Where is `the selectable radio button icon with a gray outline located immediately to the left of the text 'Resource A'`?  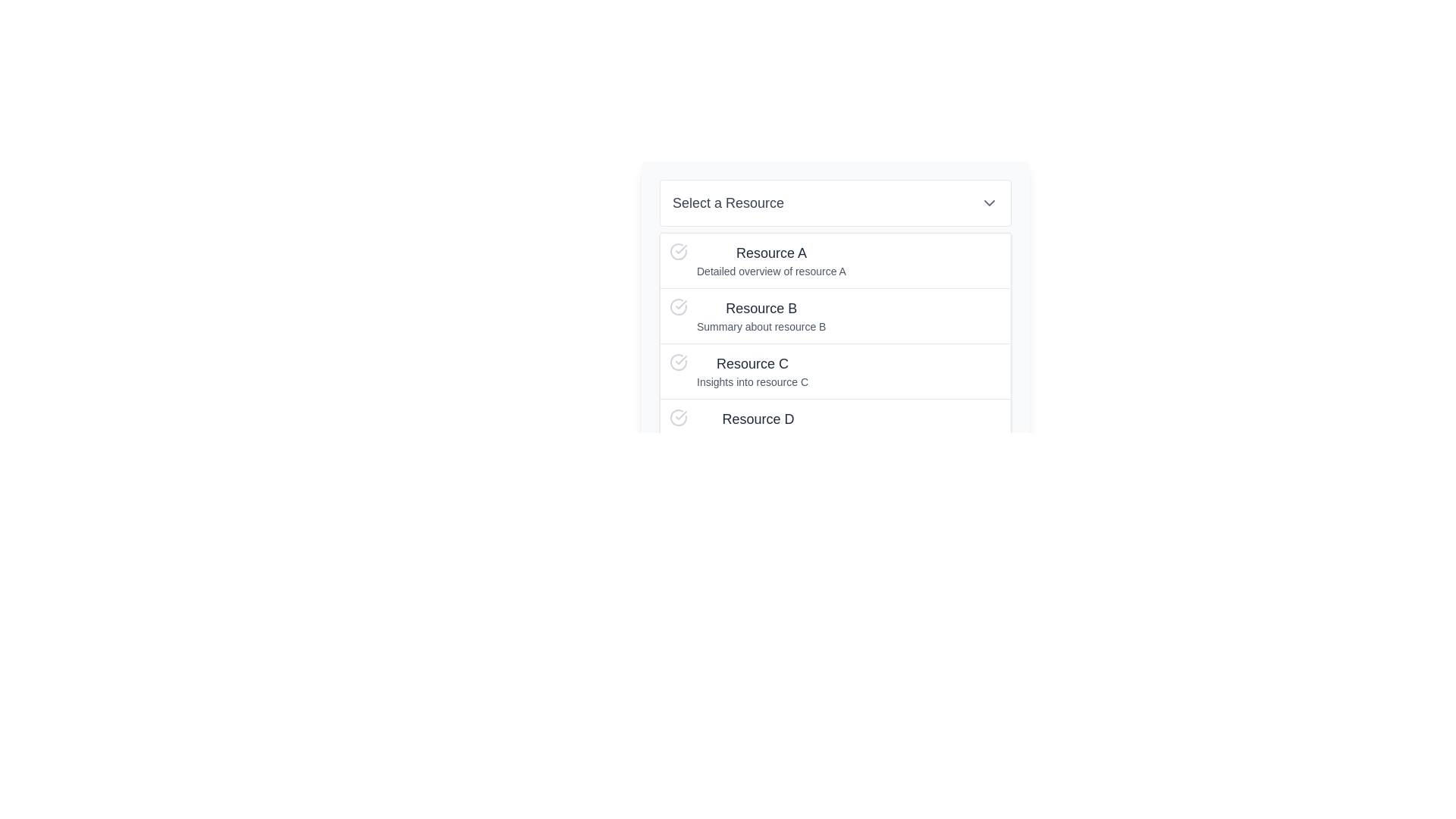 the selectable radio button icon with a gray outline located immediately to the left of the text 'Resource A' is located at coordinates (677, 250).